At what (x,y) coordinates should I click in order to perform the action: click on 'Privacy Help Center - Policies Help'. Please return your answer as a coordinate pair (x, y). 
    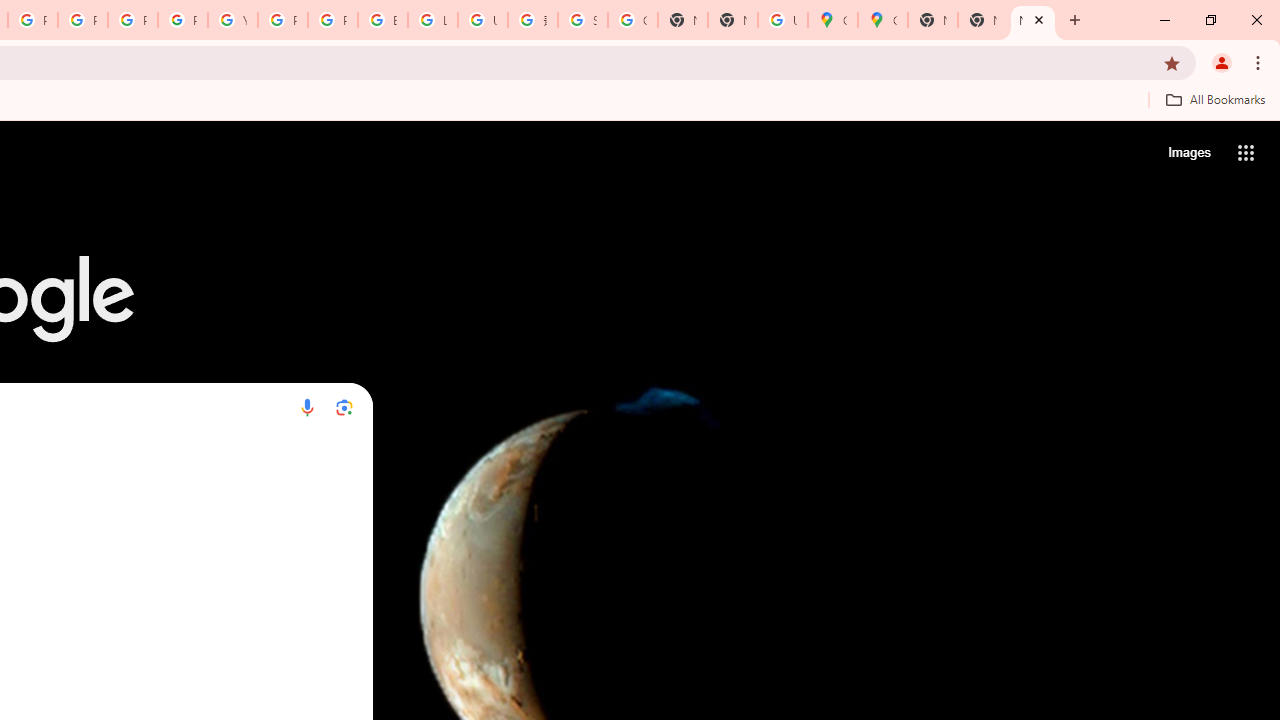
    Looking at the image, I should click on (81, 20).